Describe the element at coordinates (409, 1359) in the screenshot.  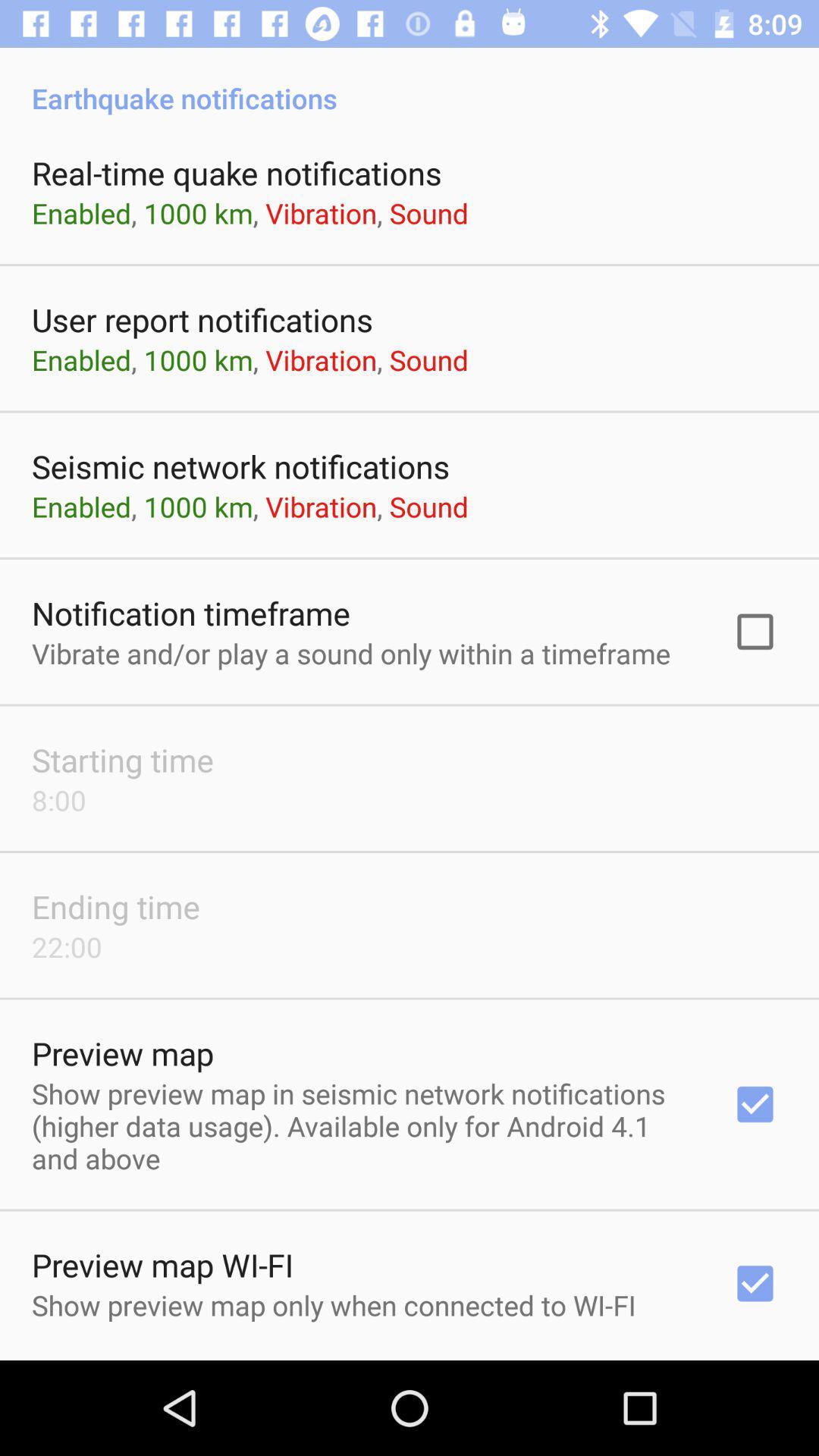
I see `chat notifications app` at that location.